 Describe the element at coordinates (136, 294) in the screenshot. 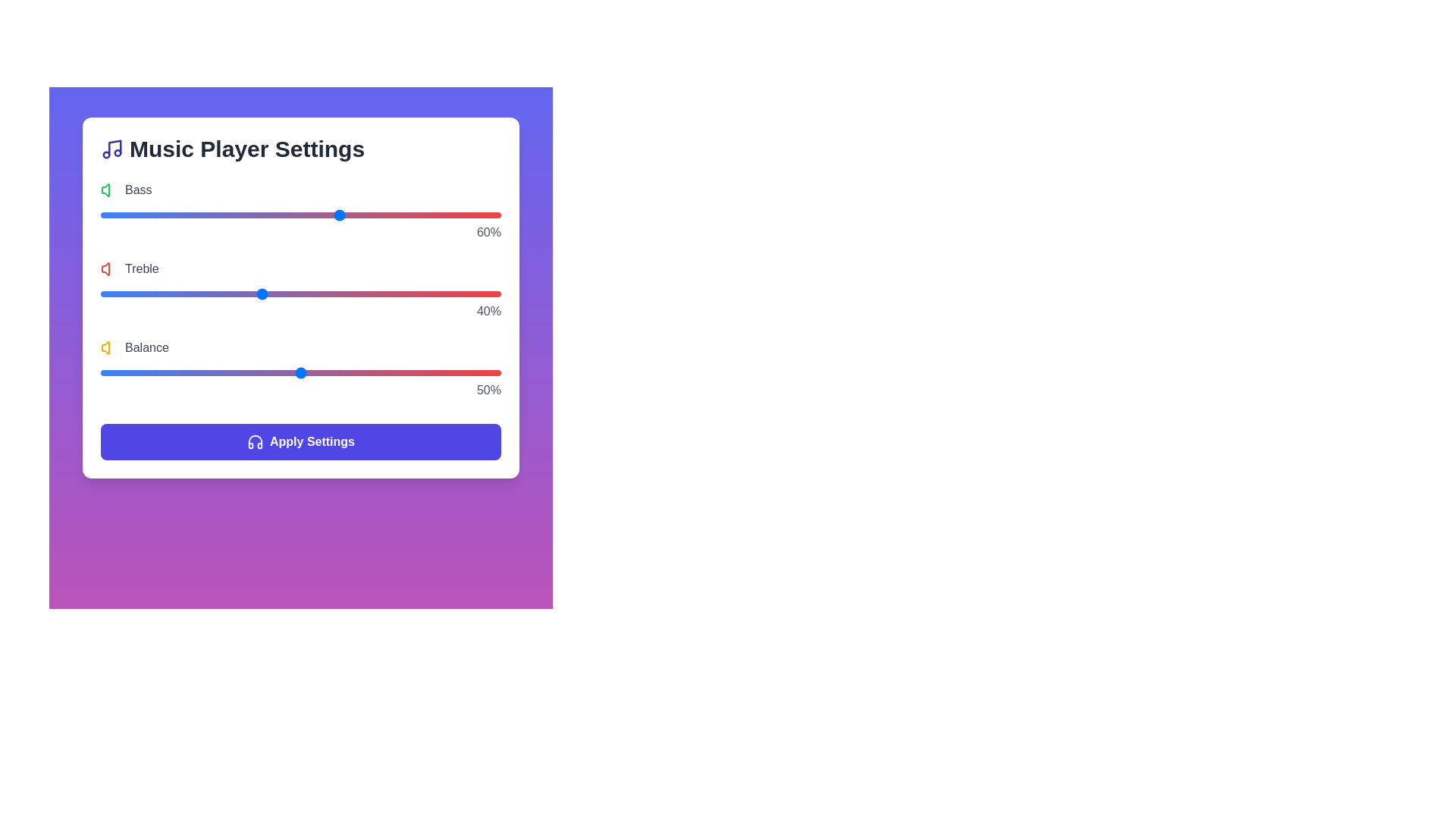

I see `the 1 slider to 9%` at that location.